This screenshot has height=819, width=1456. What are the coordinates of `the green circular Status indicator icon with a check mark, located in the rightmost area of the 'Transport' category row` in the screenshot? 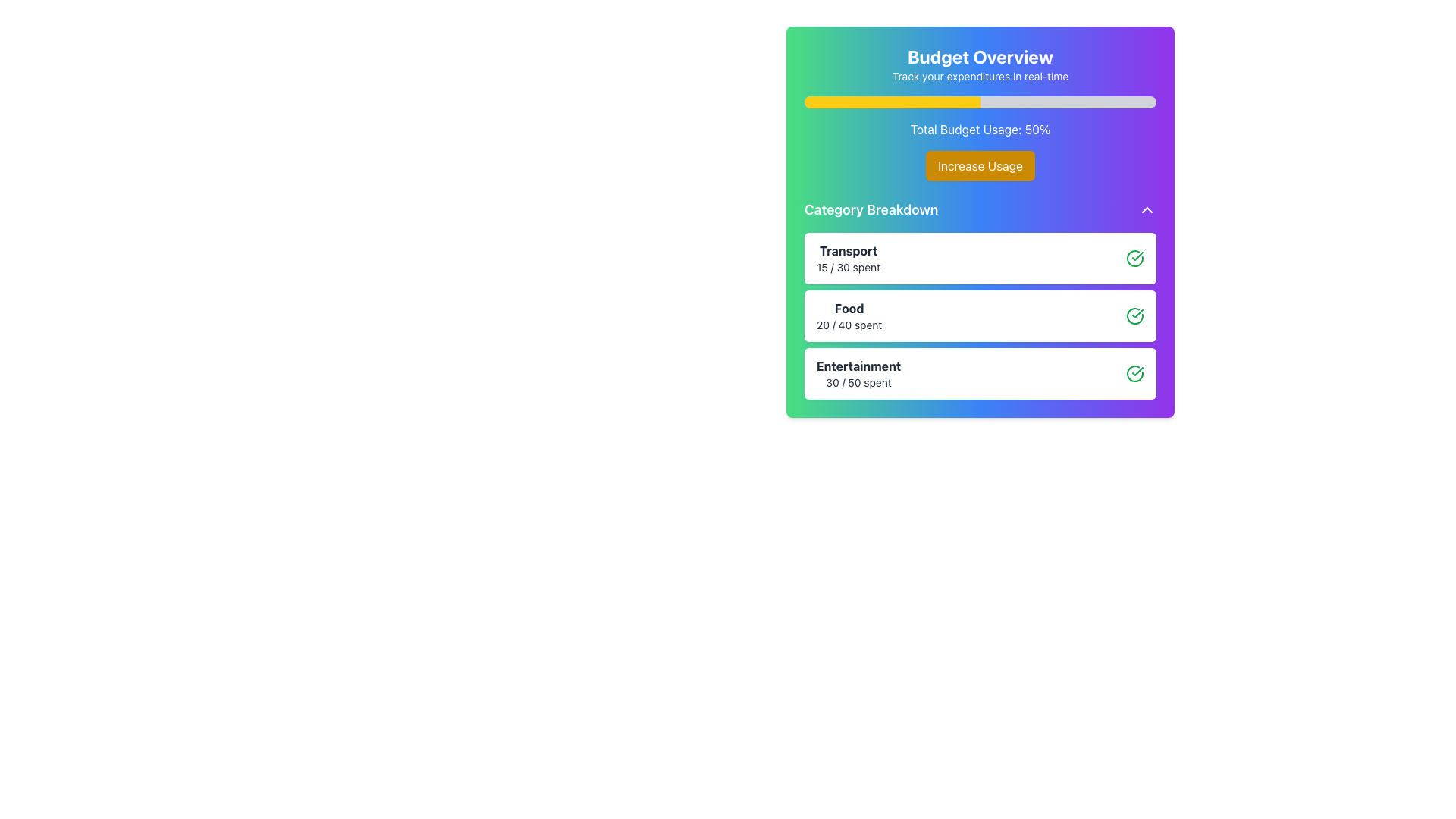 It's located at (1135, 257).